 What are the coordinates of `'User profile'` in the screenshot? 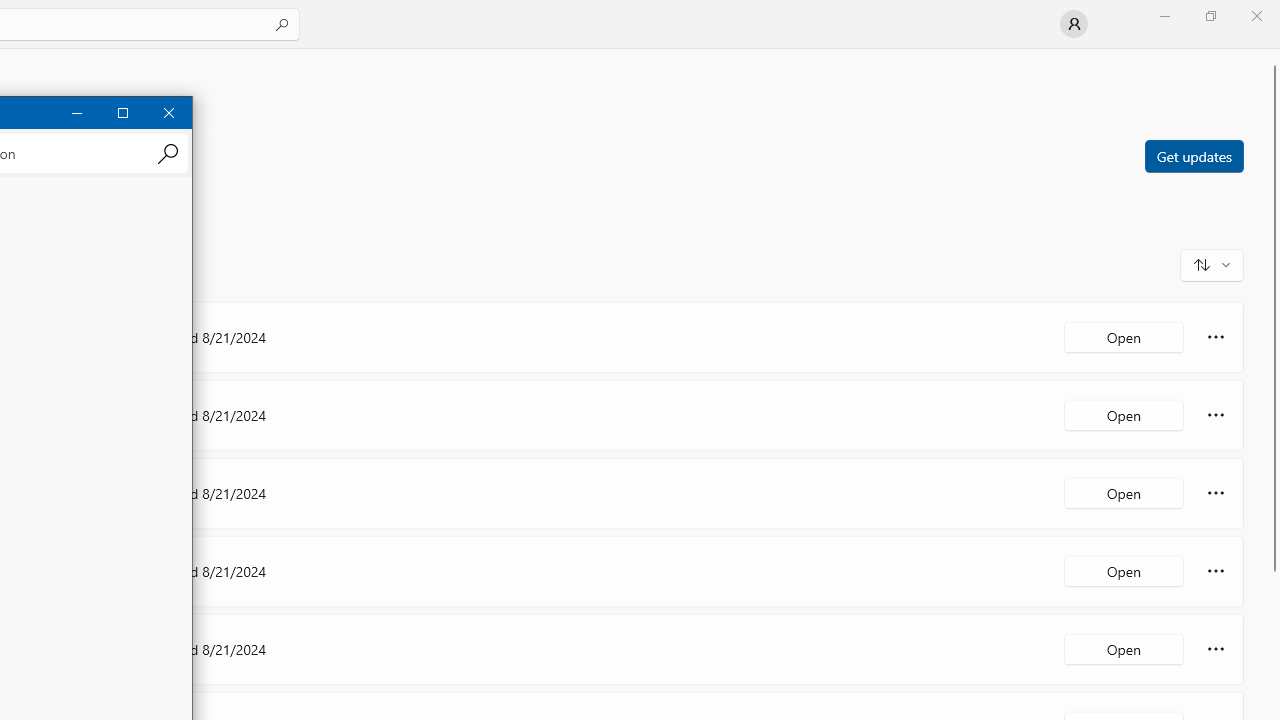 It's located at (1072, 24).